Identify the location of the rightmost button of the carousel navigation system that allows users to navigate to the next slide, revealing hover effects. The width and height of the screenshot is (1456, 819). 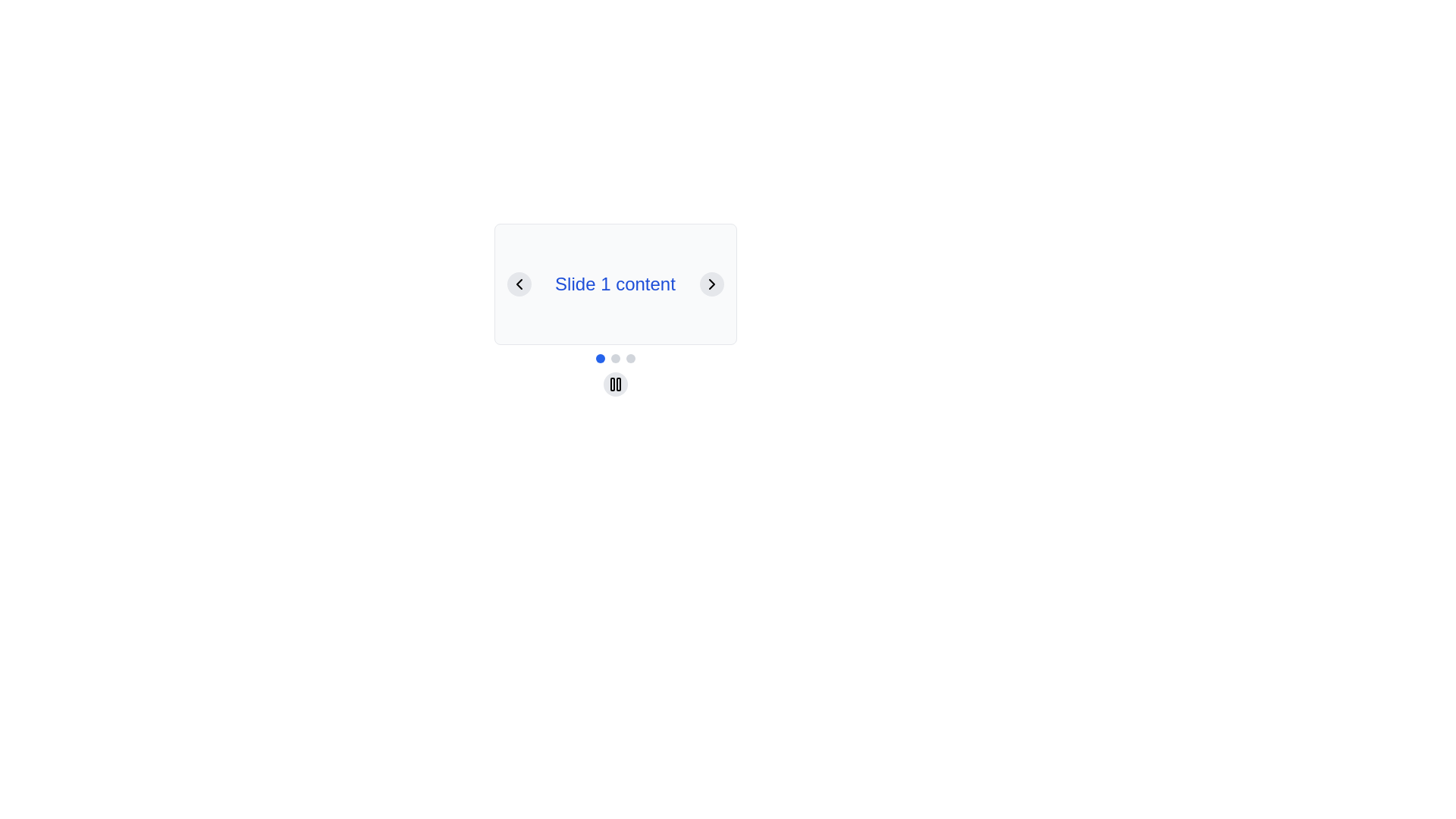
(711, 284).